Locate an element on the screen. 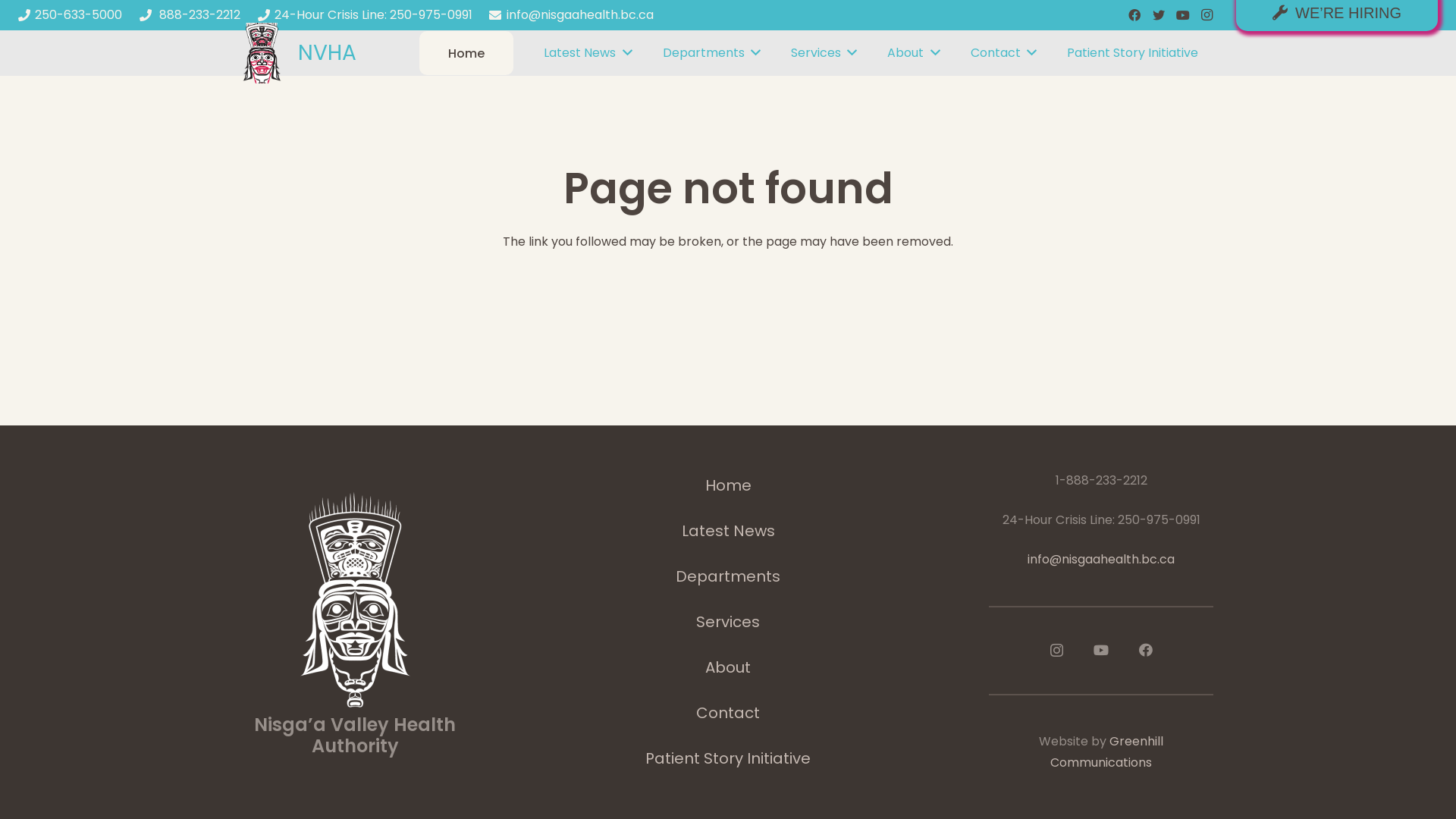 The image size is (1456, 819). 'Patient Story Initiative' is located at coordinates (1132, 52).